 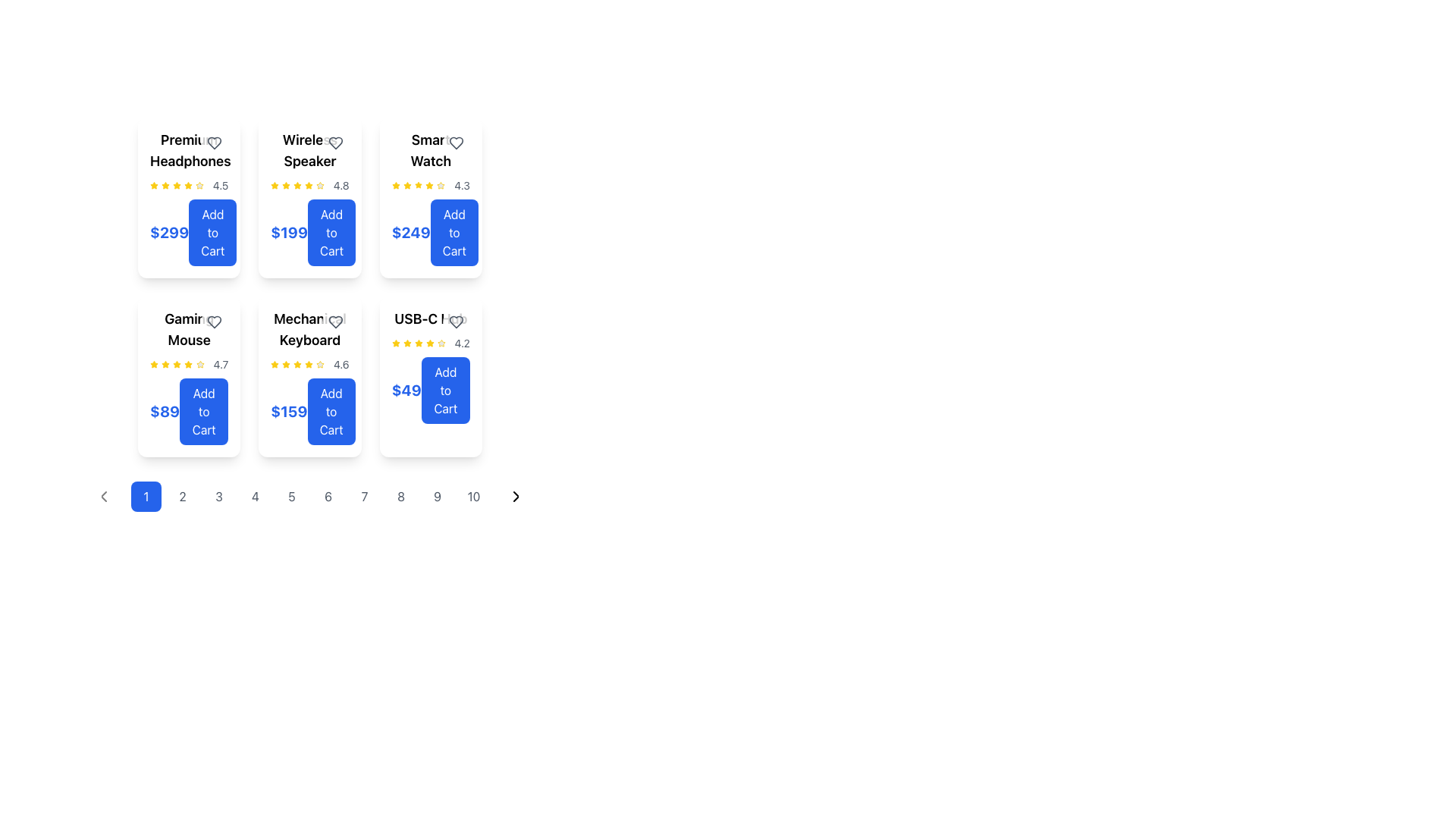 What do you see at coordinates (308, 365) in the screenshot?
I see `the sixth star icon in the rating section of the 'Mechanical Keyboard' card to analyze its visual representation of a 4.6 average rating` at bounding box center [308, 365].